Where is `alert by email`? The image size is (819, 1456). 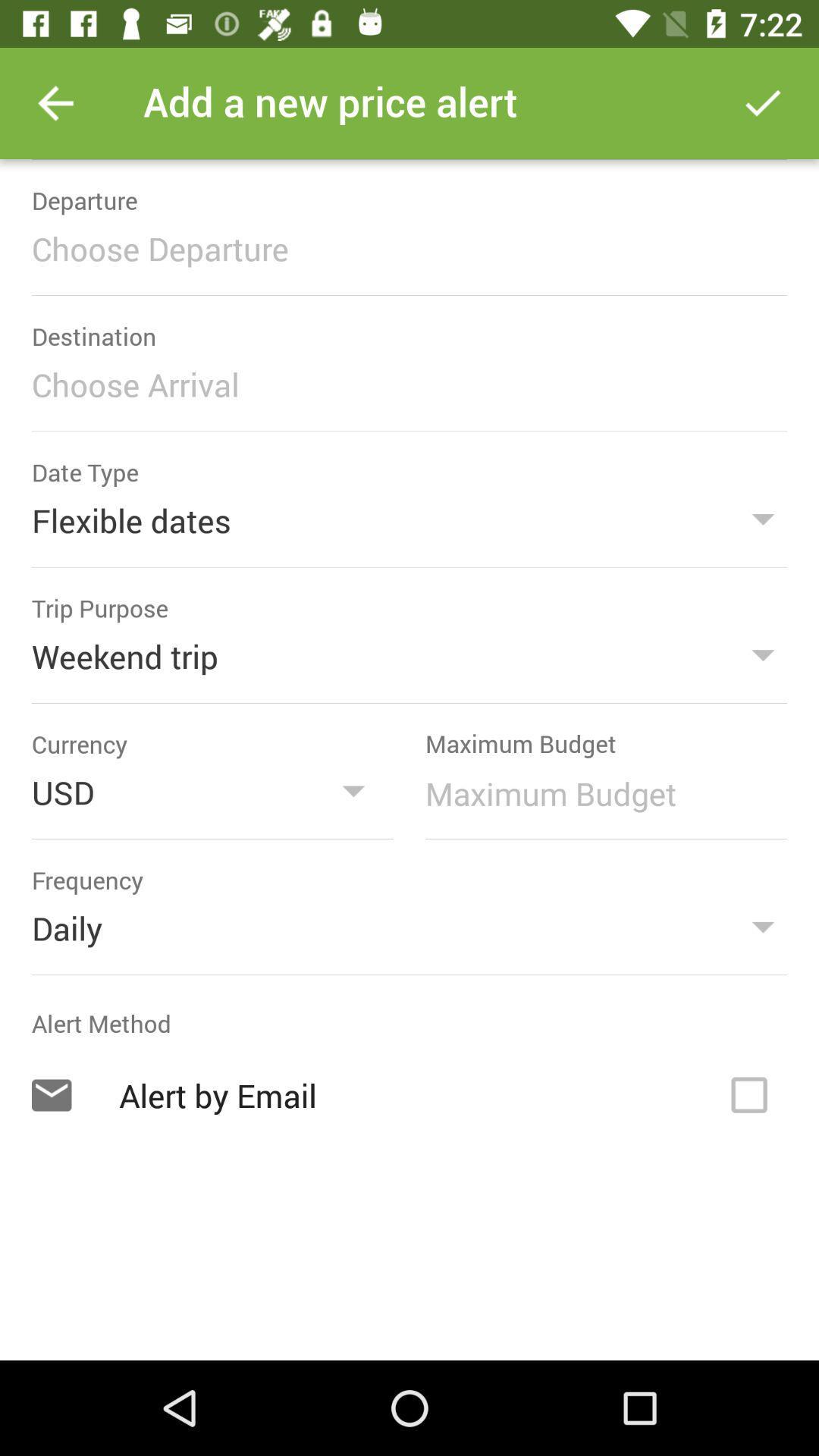
alert by email is located at coordinates (748, 1095).